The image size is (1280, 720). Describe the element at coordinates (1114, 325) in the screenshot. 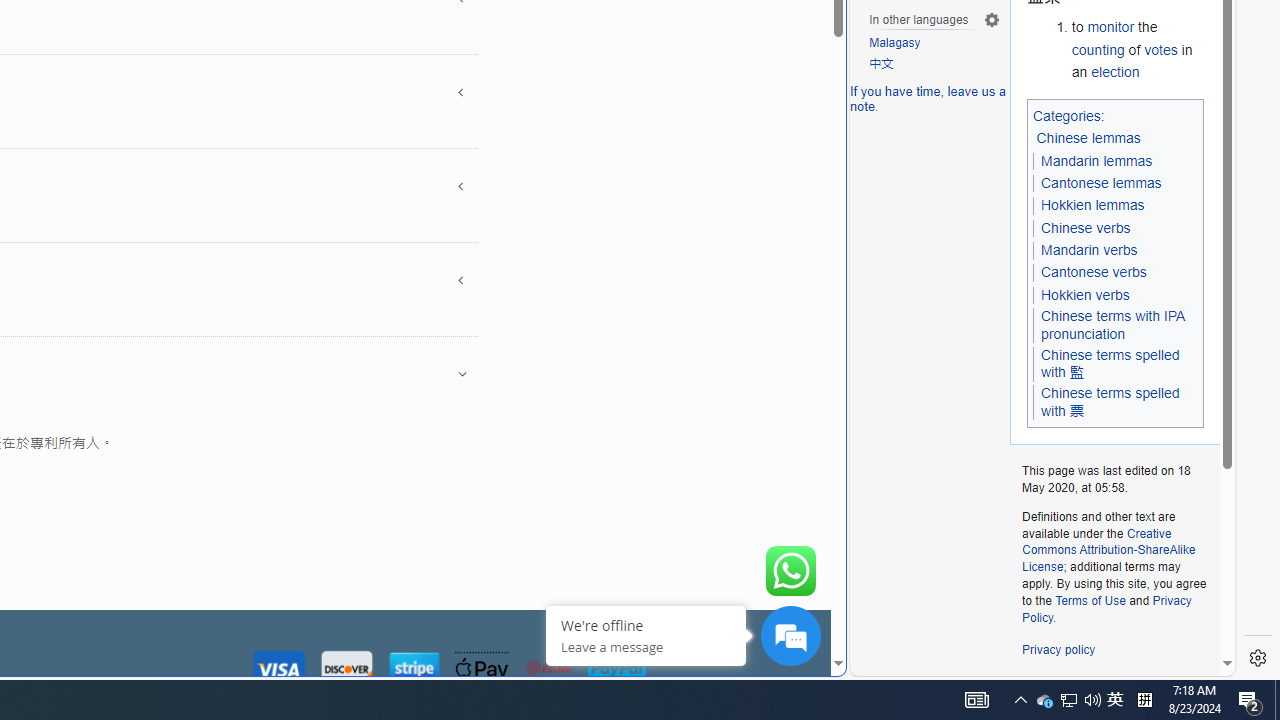

I see `'Chinese terms with IPA pronunciation'` at that location.